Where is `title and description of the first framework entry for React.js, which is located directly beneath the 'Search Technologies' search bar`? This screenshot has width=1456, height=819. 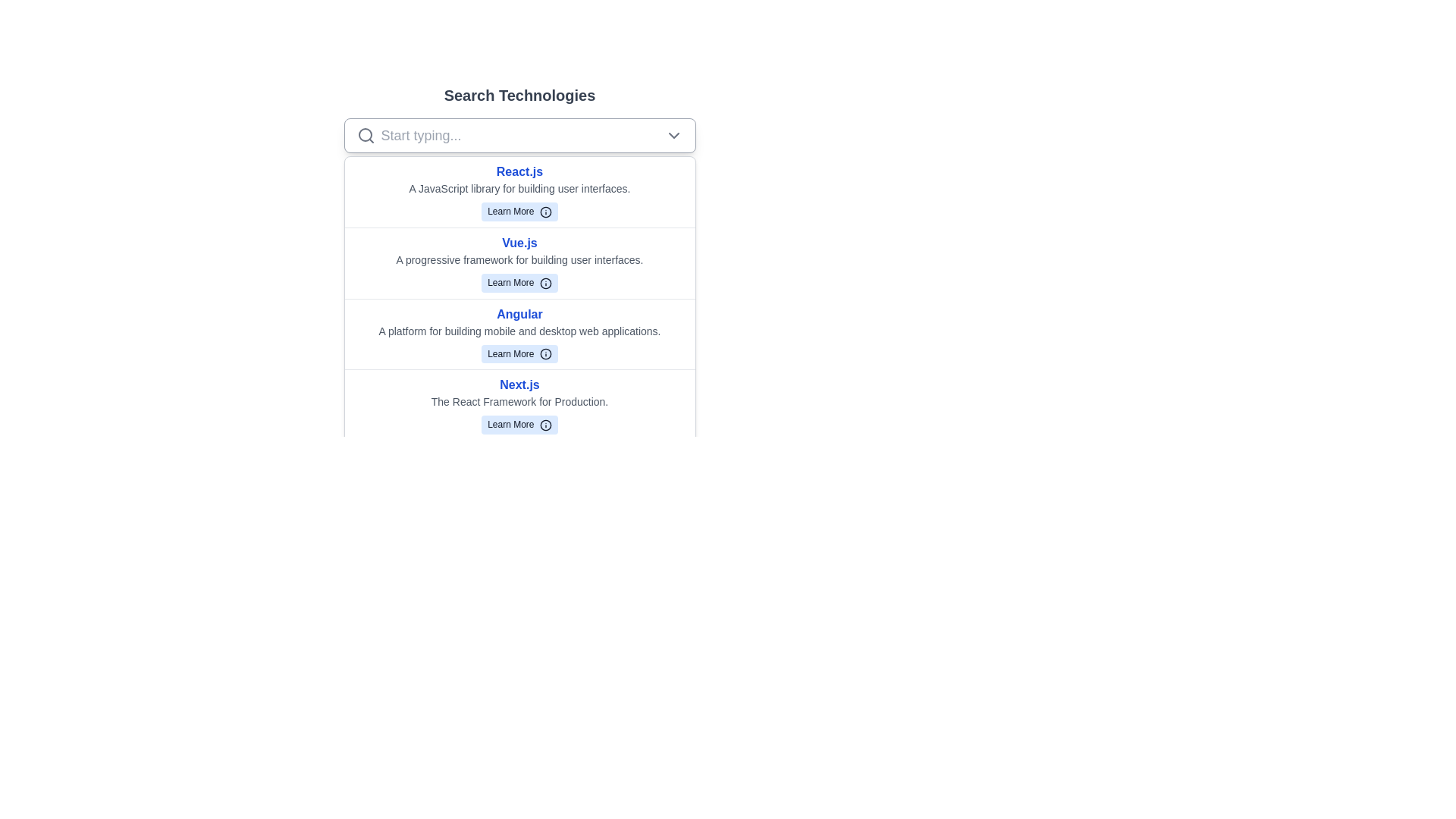
title and description of the first framework entry for React.js, which is located directly beneath the 'Search Technologies' search bar is located at coordinates (519, 191).